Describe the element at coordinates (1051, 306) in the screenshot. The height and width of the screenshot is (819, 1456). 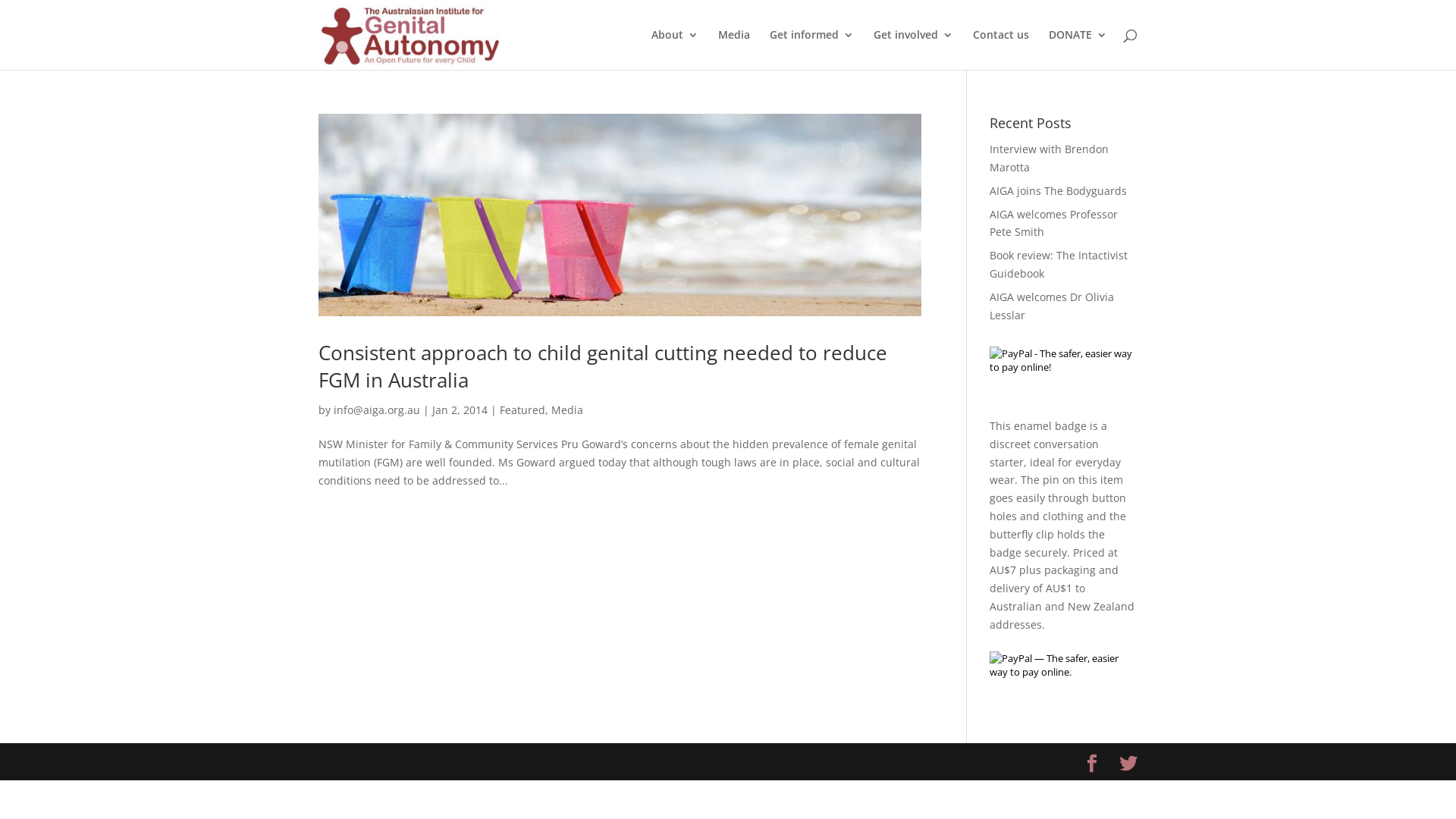
I see `'AIGA welcomes Dr Olivia Lesslar'` at that location.